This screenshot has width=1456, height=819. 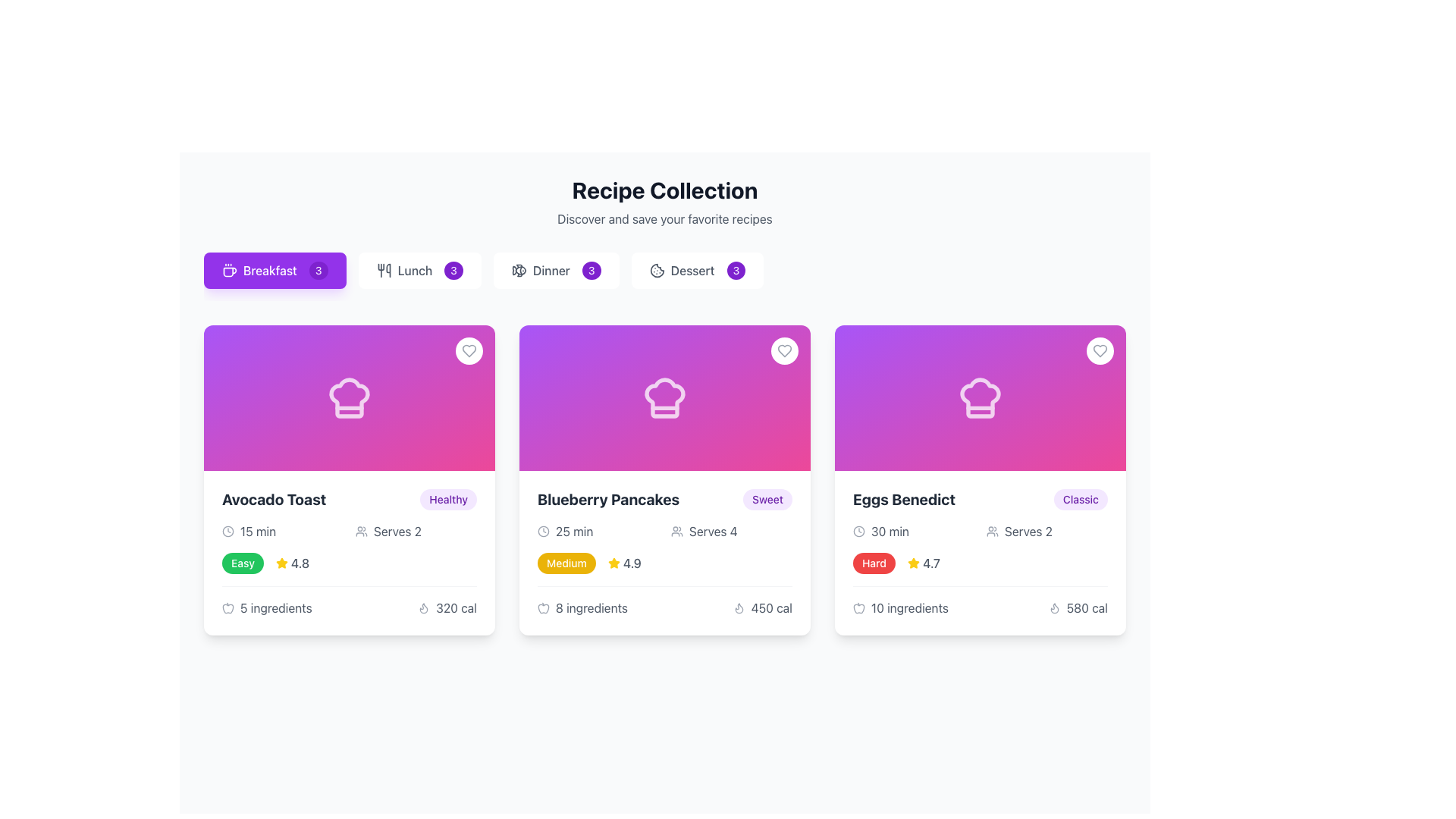 I want to click on the apple icon representing ingredients, located to the left of the '5 ingredients' text at the bottom-left corner of the recipe card for 'Avocado Toast', so click(x=227, y=607).